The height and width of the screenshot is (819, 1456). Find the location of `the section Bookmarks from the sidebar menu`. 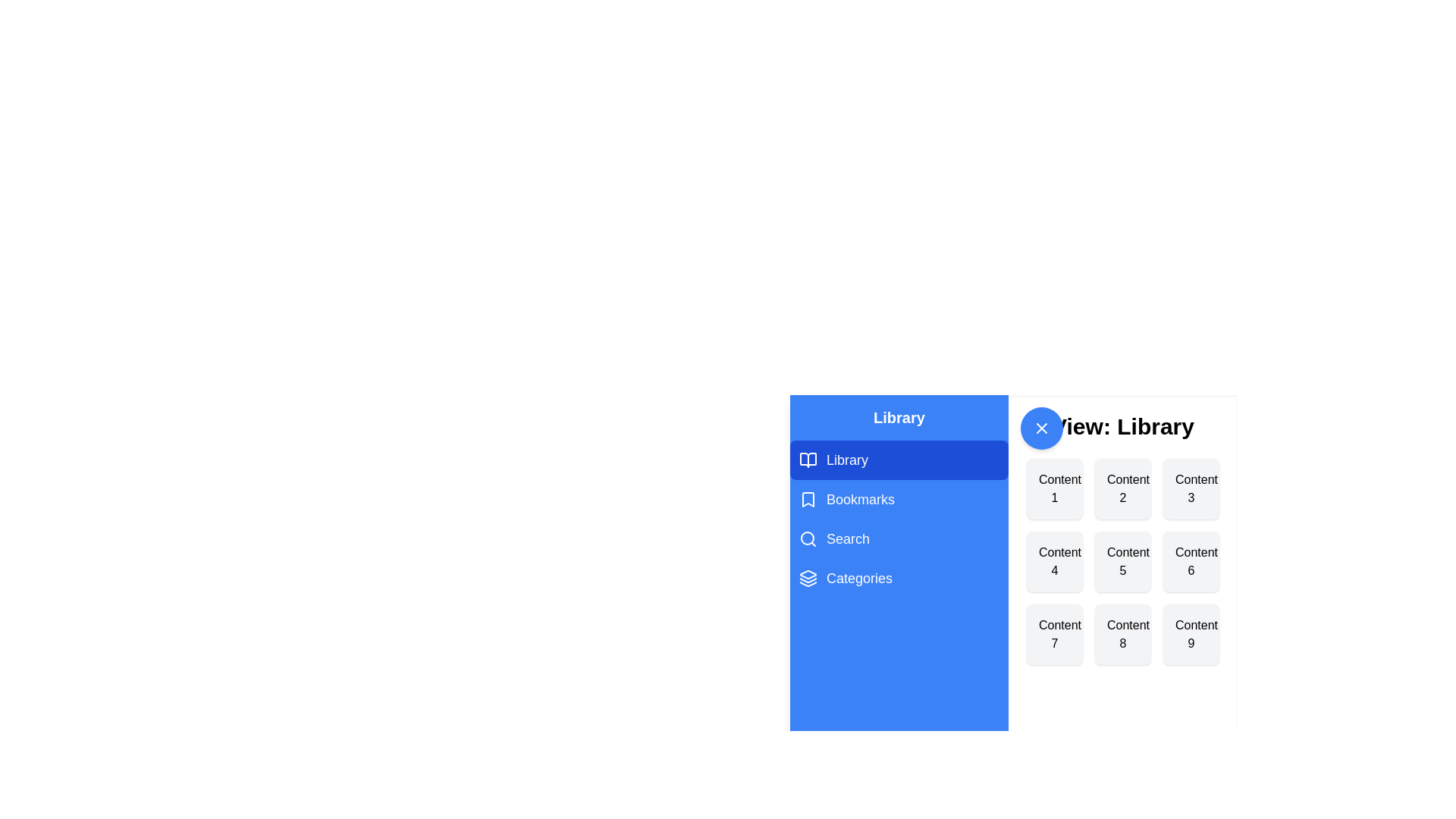

the section Bookmarks from the sidebar menu is located at coordinates (899, 500).